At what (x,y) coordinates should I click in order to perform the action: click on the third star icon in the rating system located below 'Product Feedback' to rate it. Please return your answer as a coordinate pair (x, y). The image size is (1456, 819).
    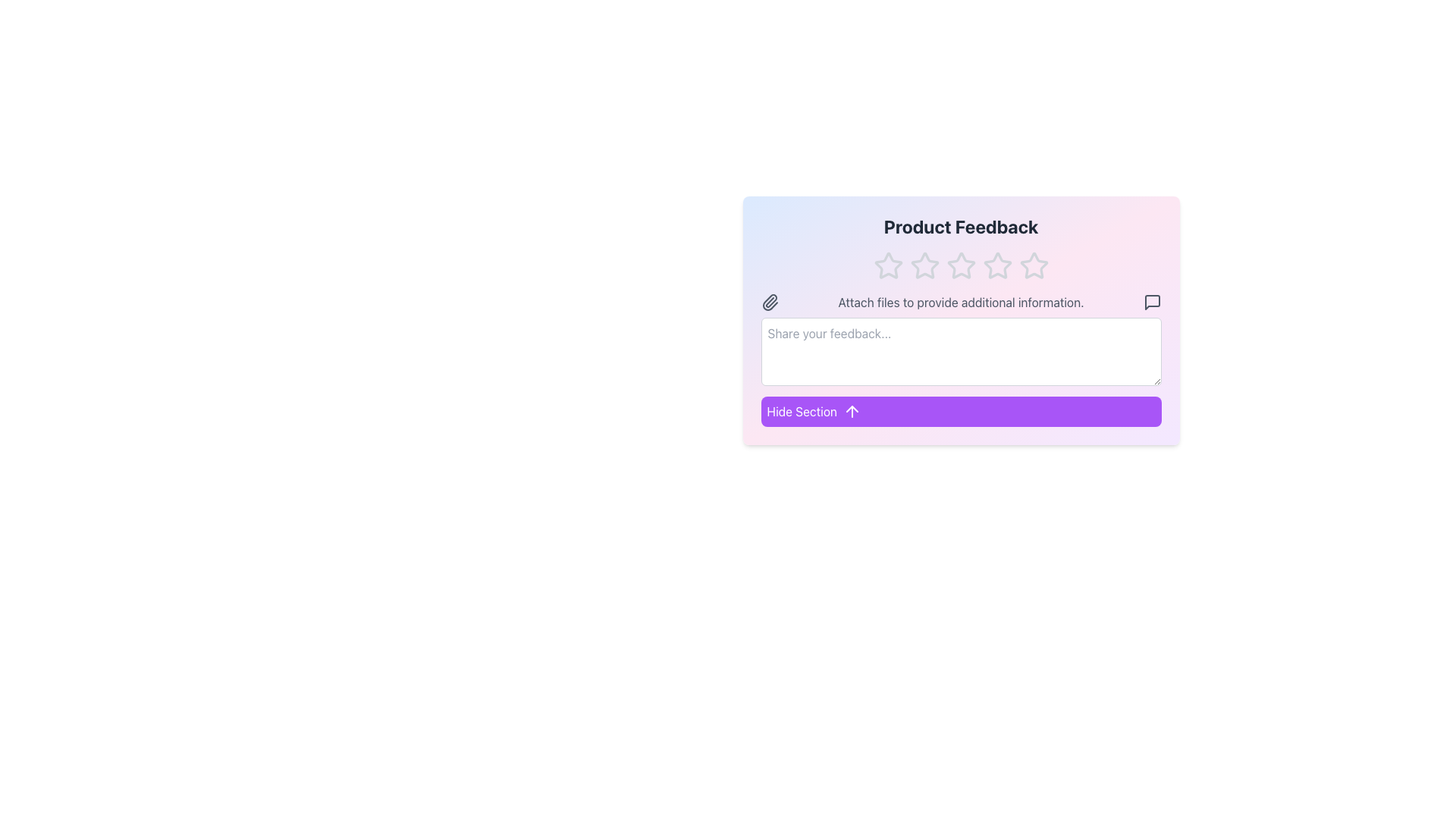
    Looking at the image, I should click on (960, 265).